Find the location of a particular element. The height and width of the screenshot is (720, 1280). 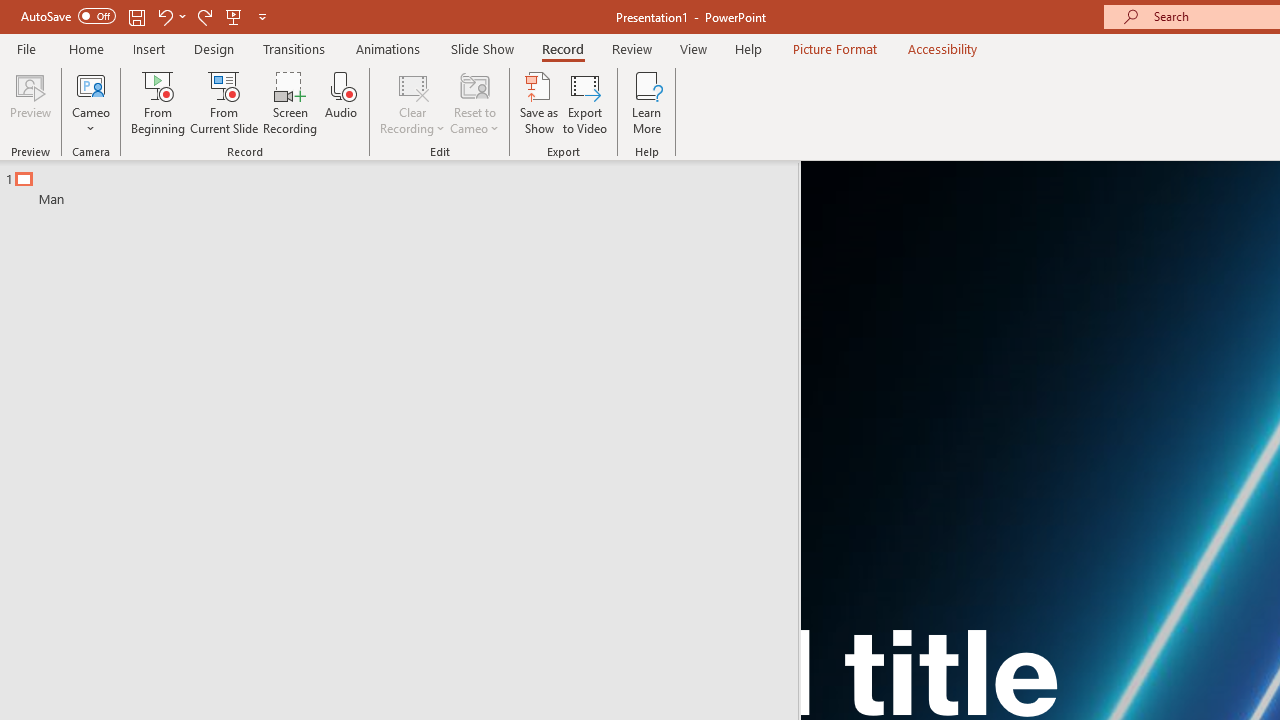

'More Options' is located at coordinates (90, 121).